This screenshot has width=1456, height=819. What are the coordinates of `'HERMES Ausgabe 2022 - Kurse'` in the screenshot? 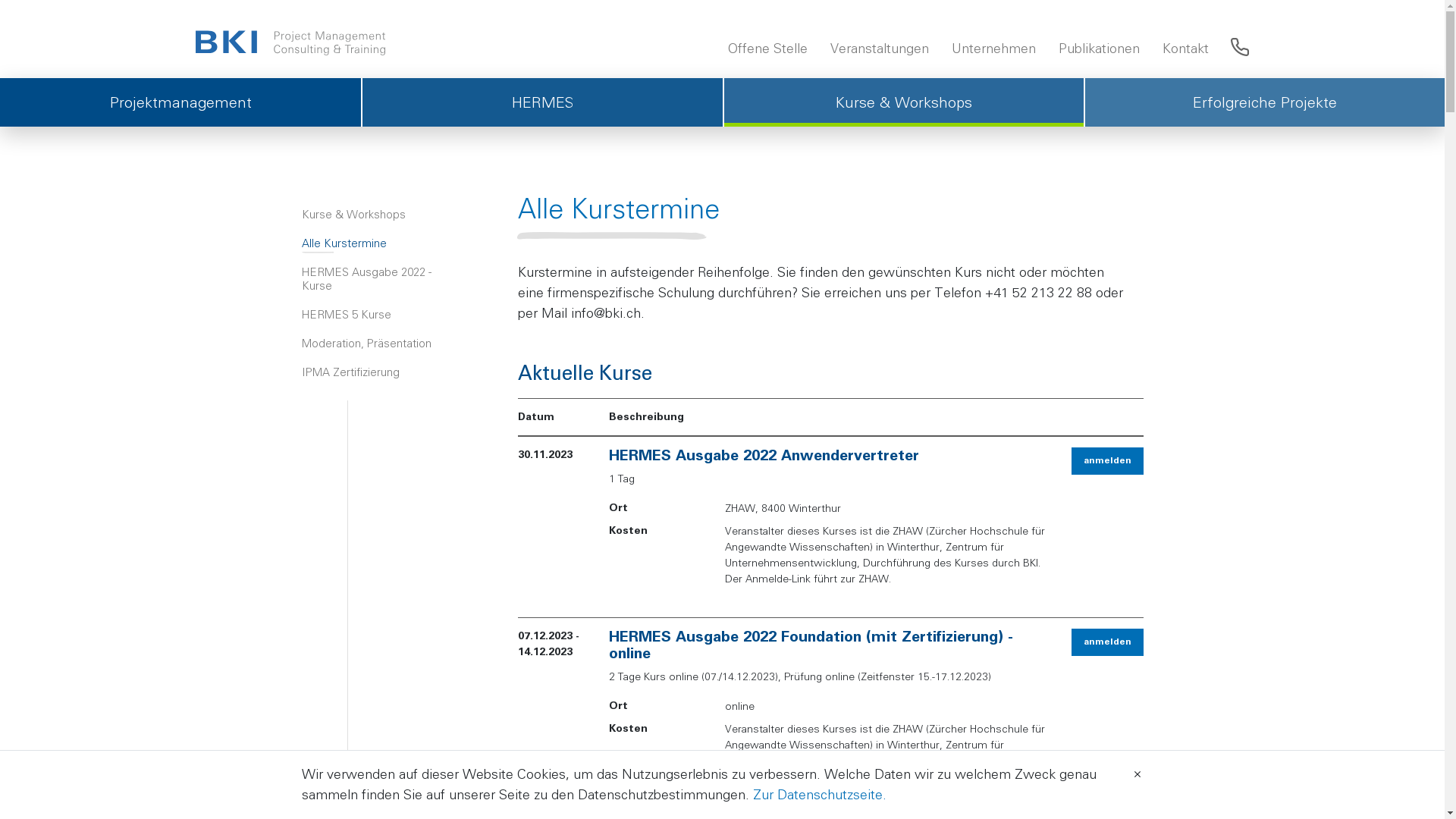 It's located at (381, 278).